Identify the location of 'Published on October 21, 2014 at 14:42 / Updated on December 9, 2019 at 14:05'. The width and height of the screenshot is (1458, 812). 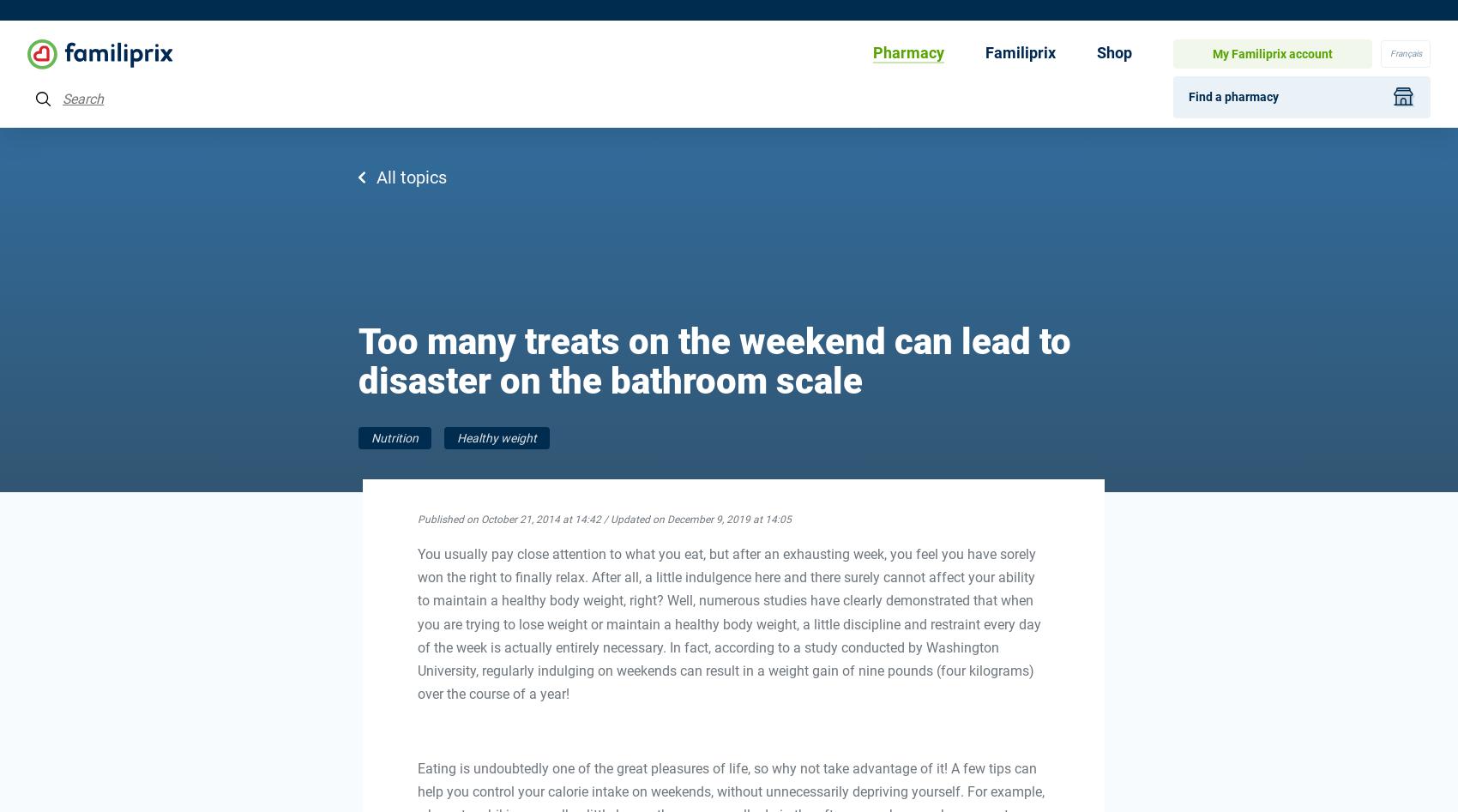
(603, 519).